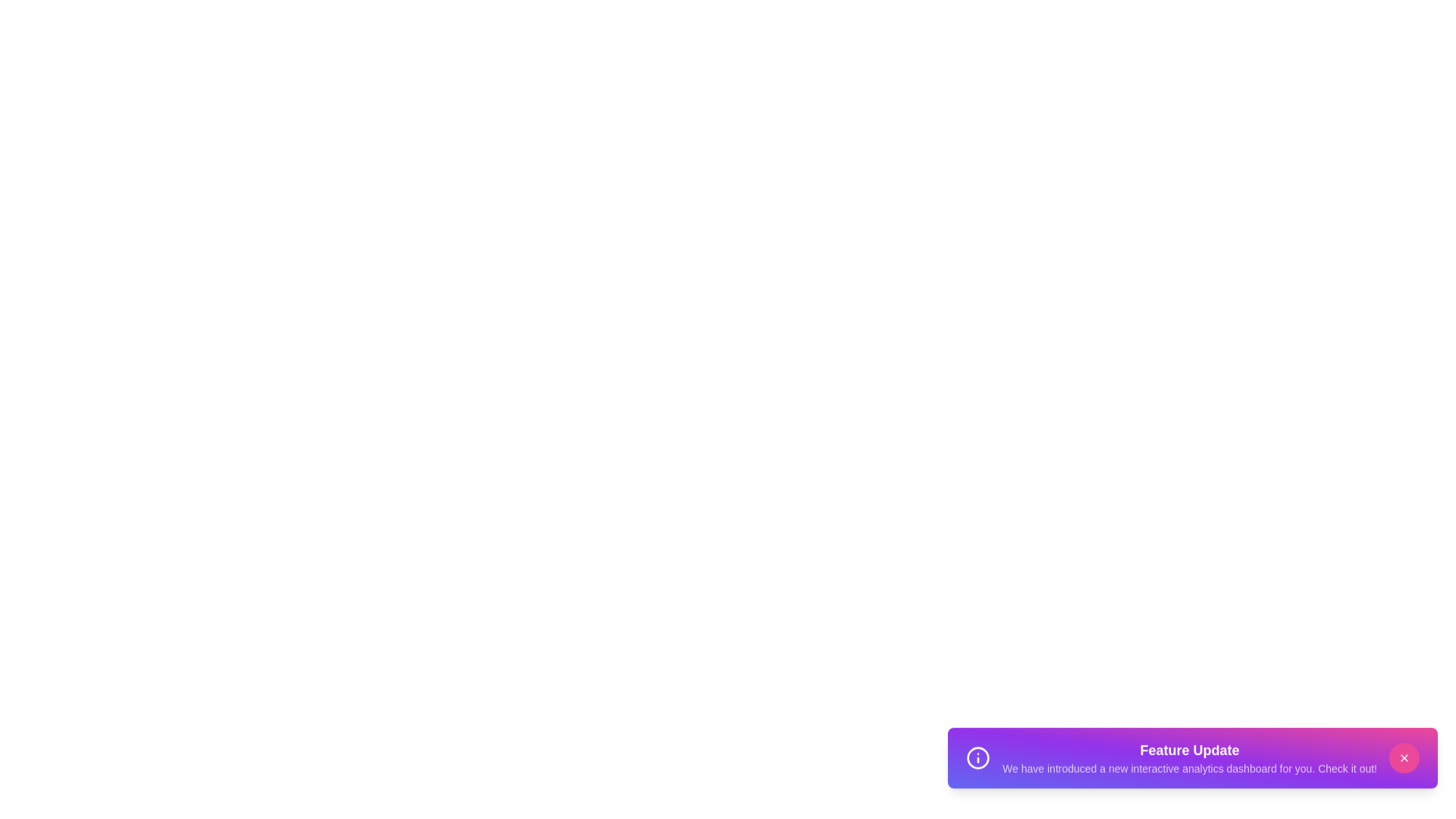  What do you see at coordinates (1404, 765) in the screenshot?
I see `close button on the snackbar to dismiss it` at bounding box center [1404, 765].